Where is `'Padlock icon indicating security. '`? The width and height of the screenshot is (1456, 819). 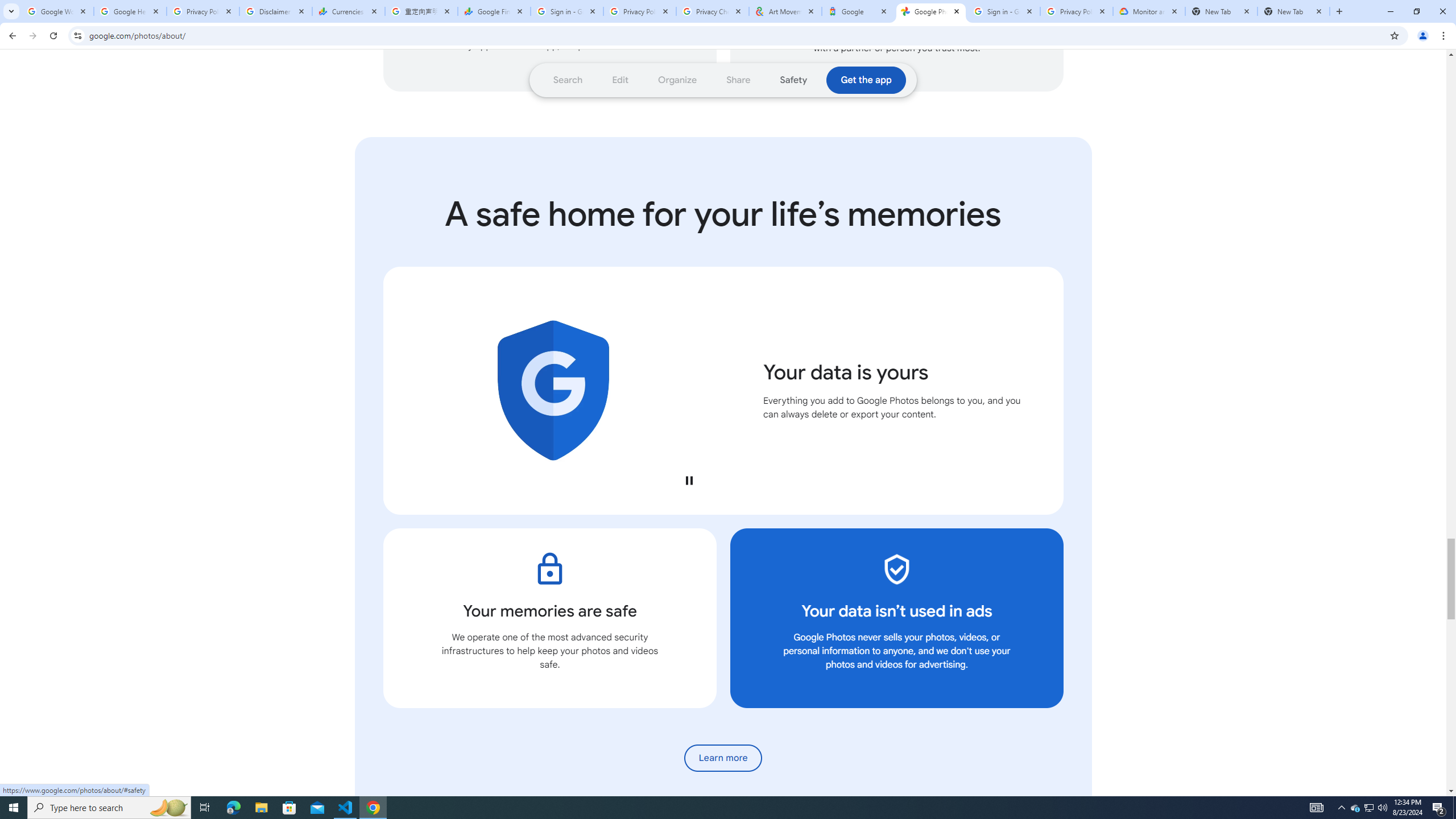 'Padlock icon indicating security. ' is located at coordinates (549, 568).